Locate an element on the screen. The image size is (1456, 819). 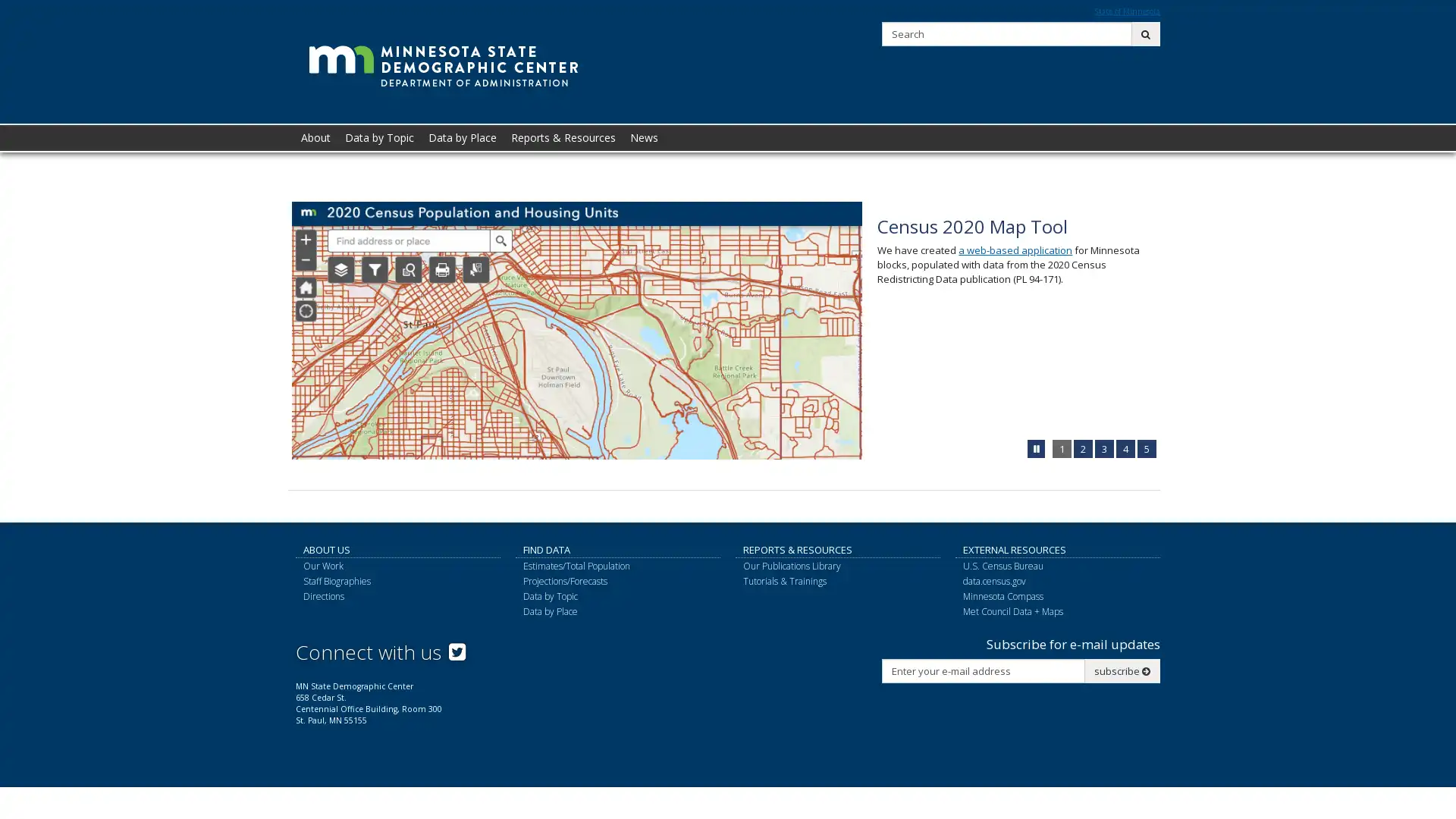
subscribe is located at coordinates (1121, 670).